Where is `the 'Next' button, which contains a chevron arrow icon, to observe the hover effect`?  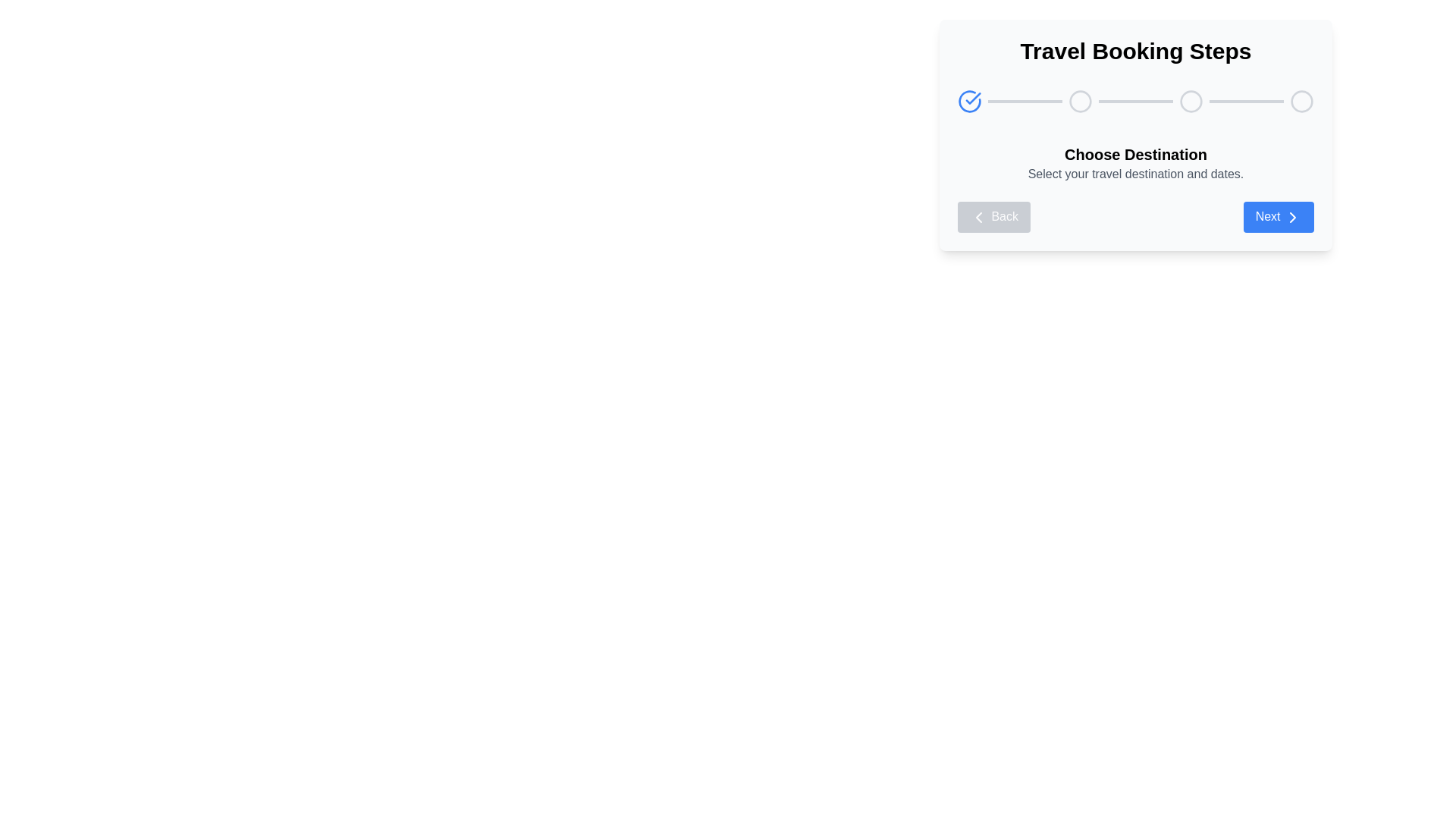
the 'Next' button, which contains a chevron arrow icon, to observe the hover effect is located at coordinates (1291, 216).